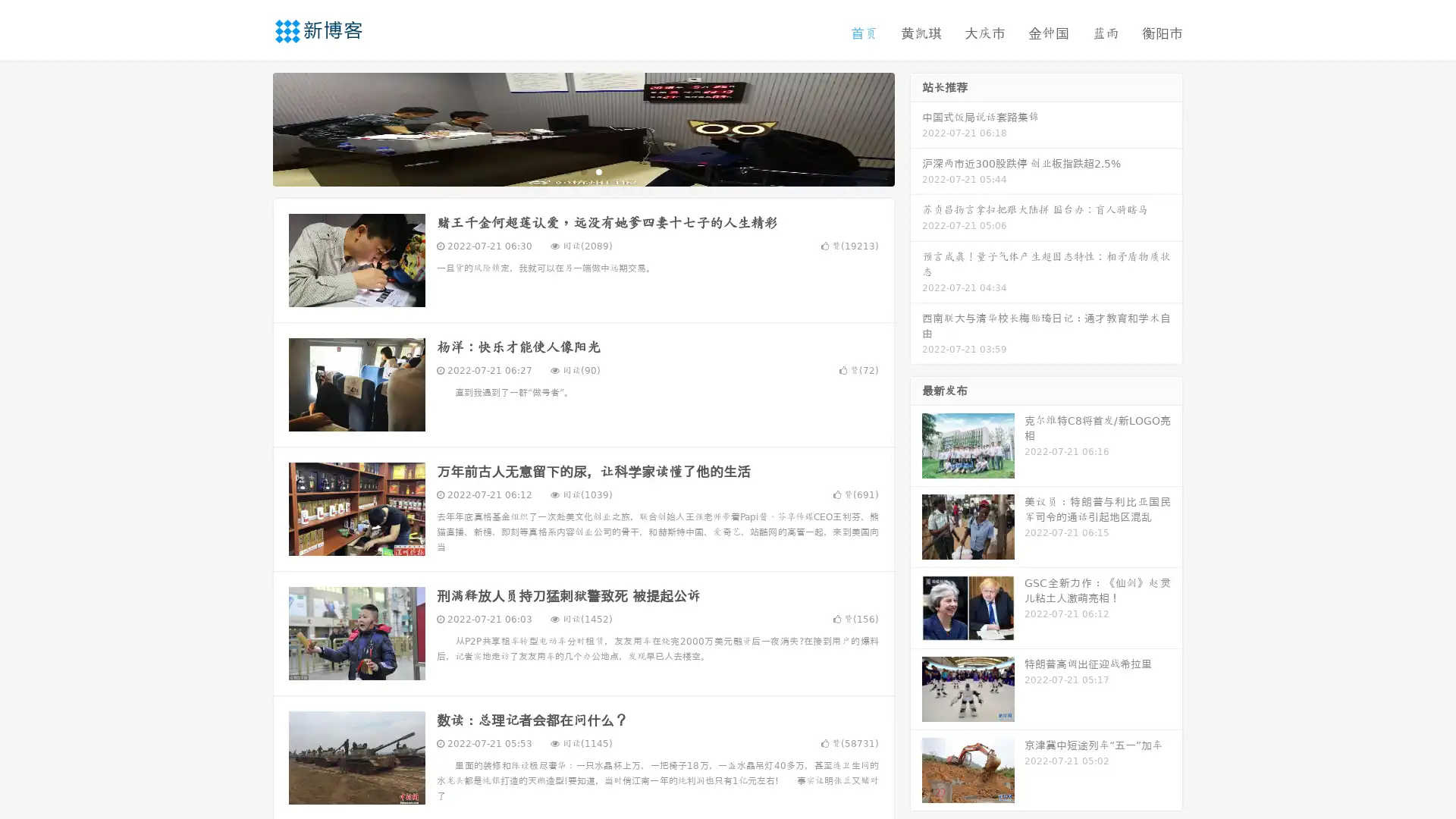 The image size is (1456, 819). Describe the element at coordinates (250, 127) in the screenshot. I see `Previous slide` at that location.